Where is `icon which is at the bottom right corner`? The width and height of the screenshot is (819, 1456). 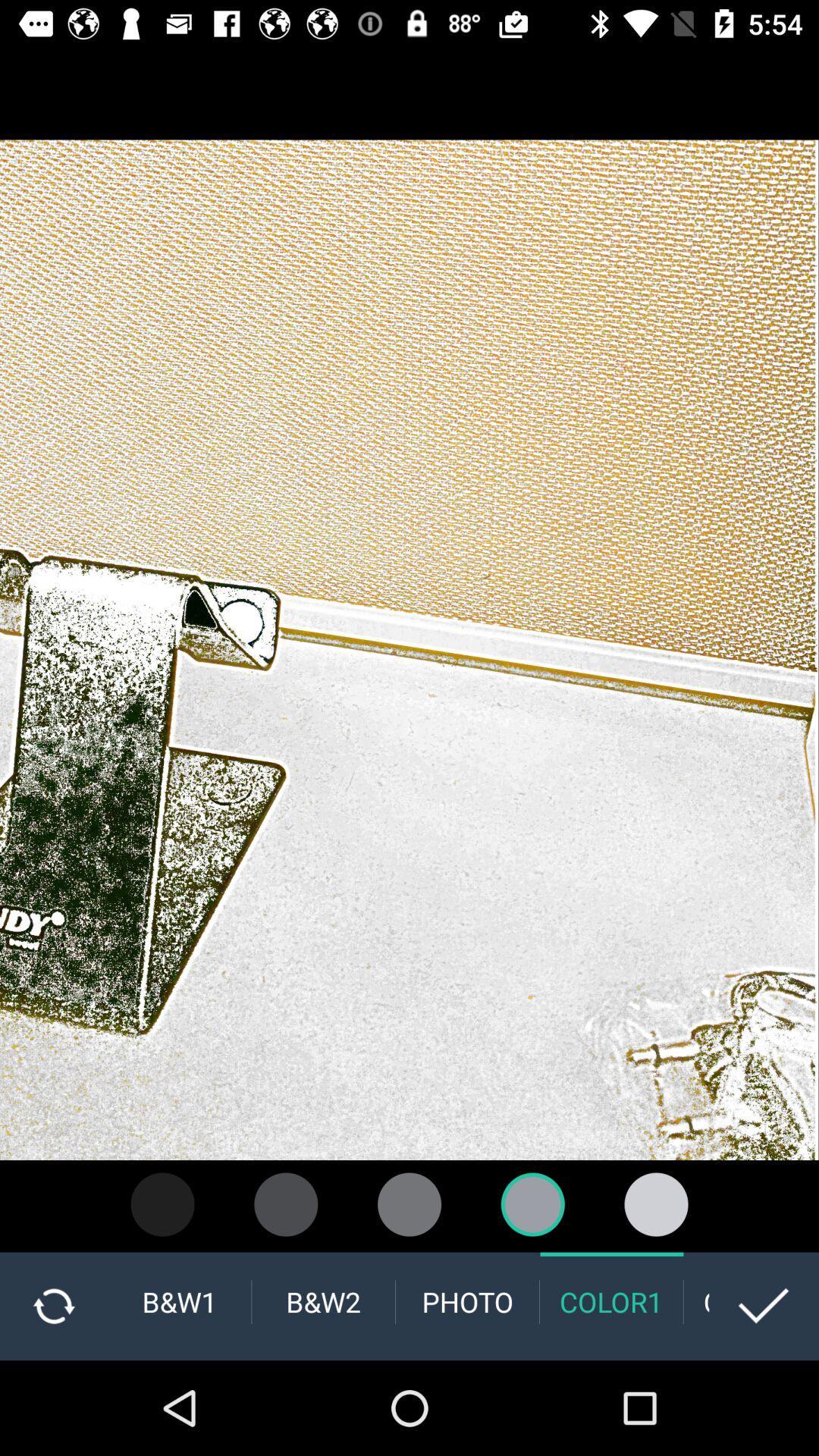
icon which is at the bottom right corner is located at coordinates (764, 1306).